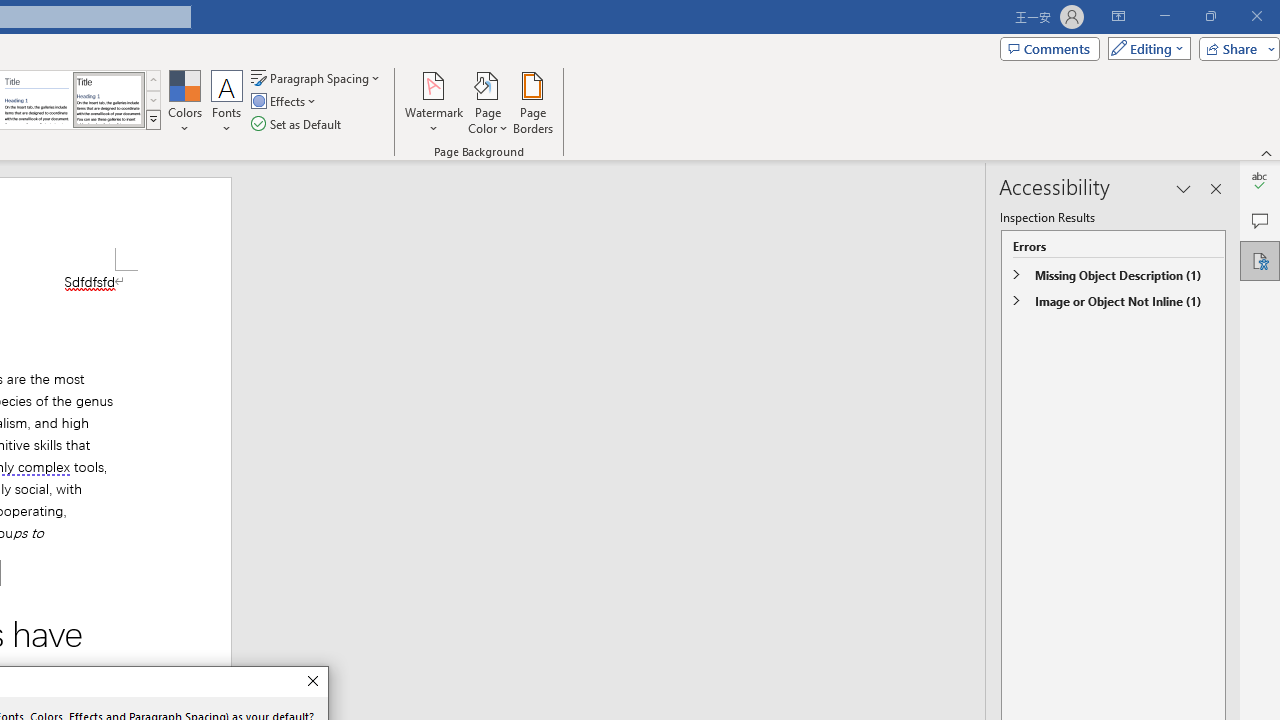  What do you see at coordinates (1144, 47) in the screenshot?
I see `'Editing'` at bounding box center [1144, 47].